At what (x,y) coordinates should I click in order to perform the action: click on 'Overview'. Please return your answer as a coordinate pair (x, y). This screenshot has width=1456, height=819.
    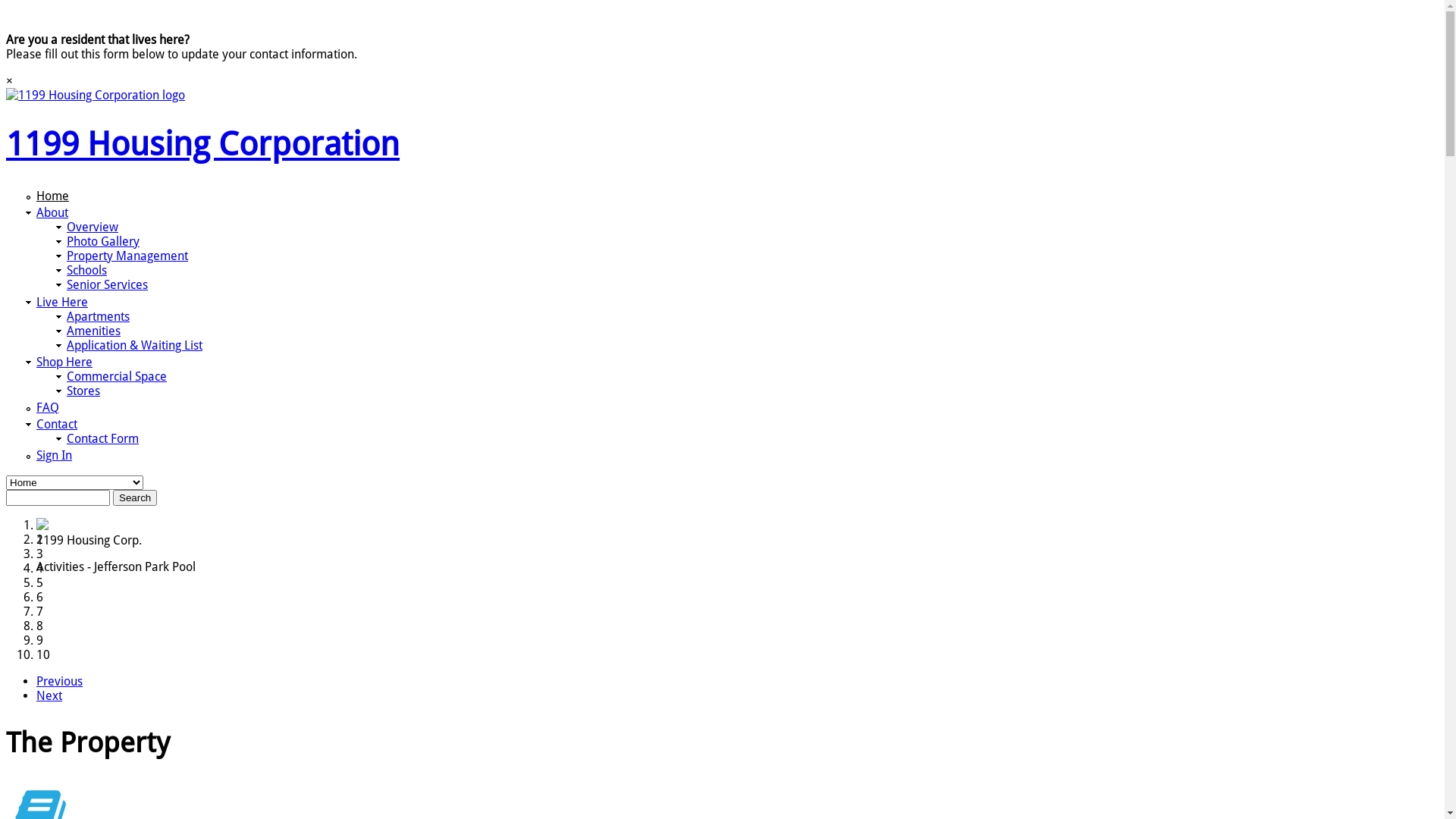
    Looking at the image, I should click on (91, 227).